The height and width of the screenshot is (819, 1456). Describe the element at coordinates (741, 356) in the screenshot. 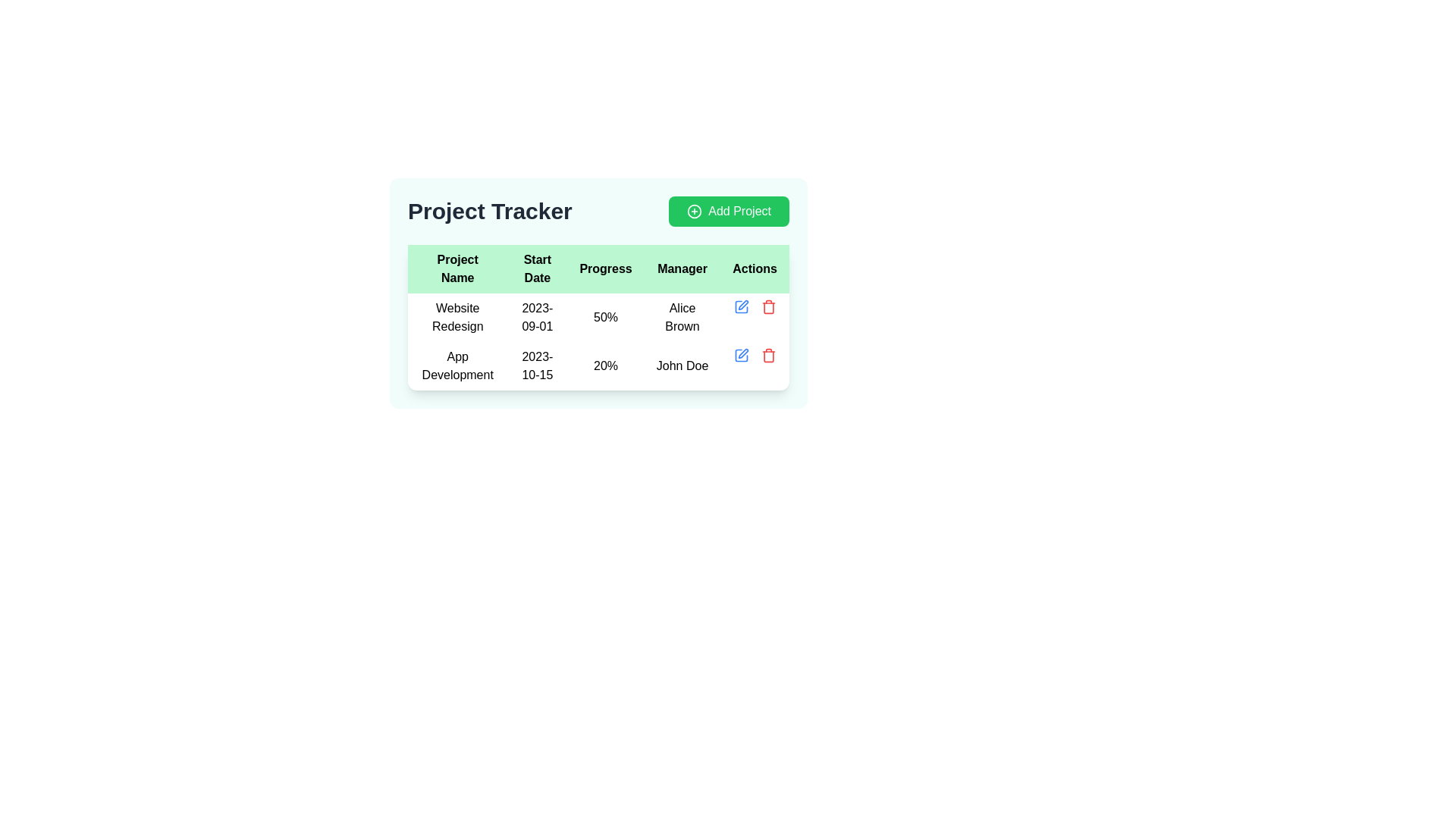

I see `the blue pen icon in the 'Actions' column of the second row of the table` at that location.